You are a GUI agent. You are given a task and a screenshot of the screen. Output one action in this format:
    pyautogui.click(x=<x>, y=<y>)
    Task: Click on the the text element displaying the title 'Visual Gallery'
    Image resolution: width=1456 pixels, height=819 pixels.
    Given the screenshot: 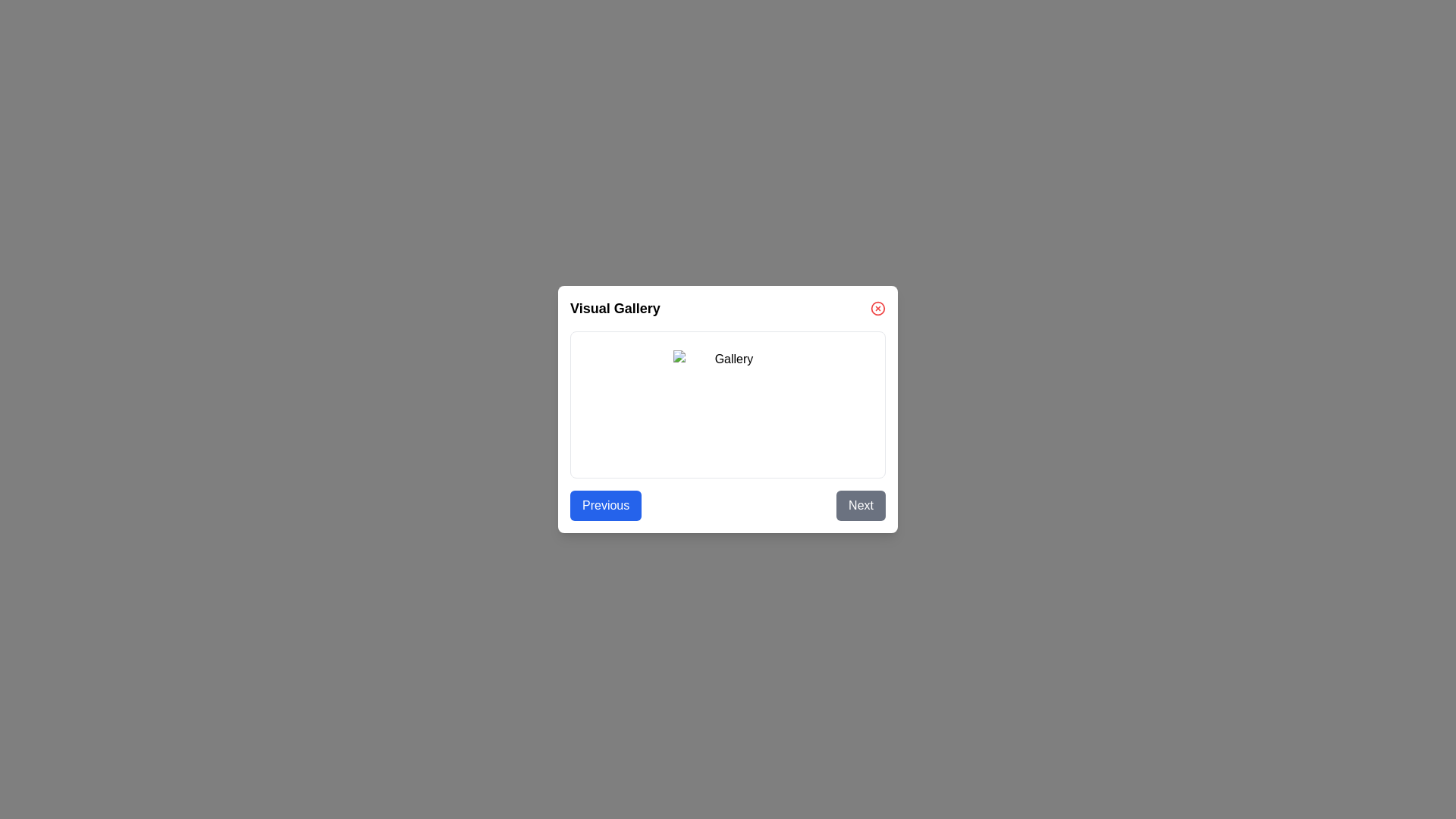 What is the action you would take?
    pyautogui.click(x=728, y=308)
    